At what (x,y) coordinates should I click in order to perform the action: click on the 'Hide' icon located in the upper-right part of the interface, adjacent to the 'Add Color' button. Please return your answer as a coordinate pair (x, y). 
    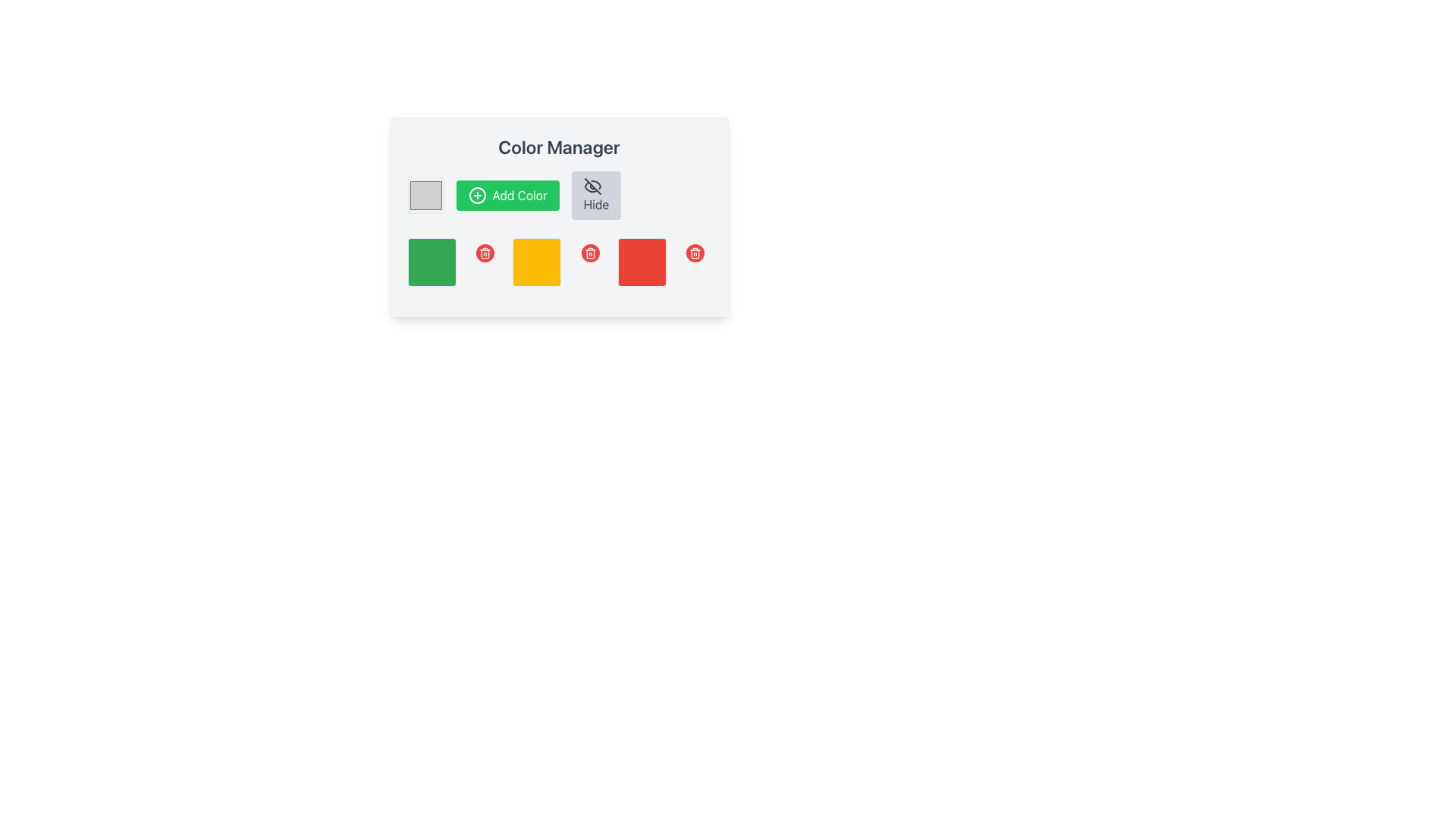
    Looking at the image, I should click on (591, 186).